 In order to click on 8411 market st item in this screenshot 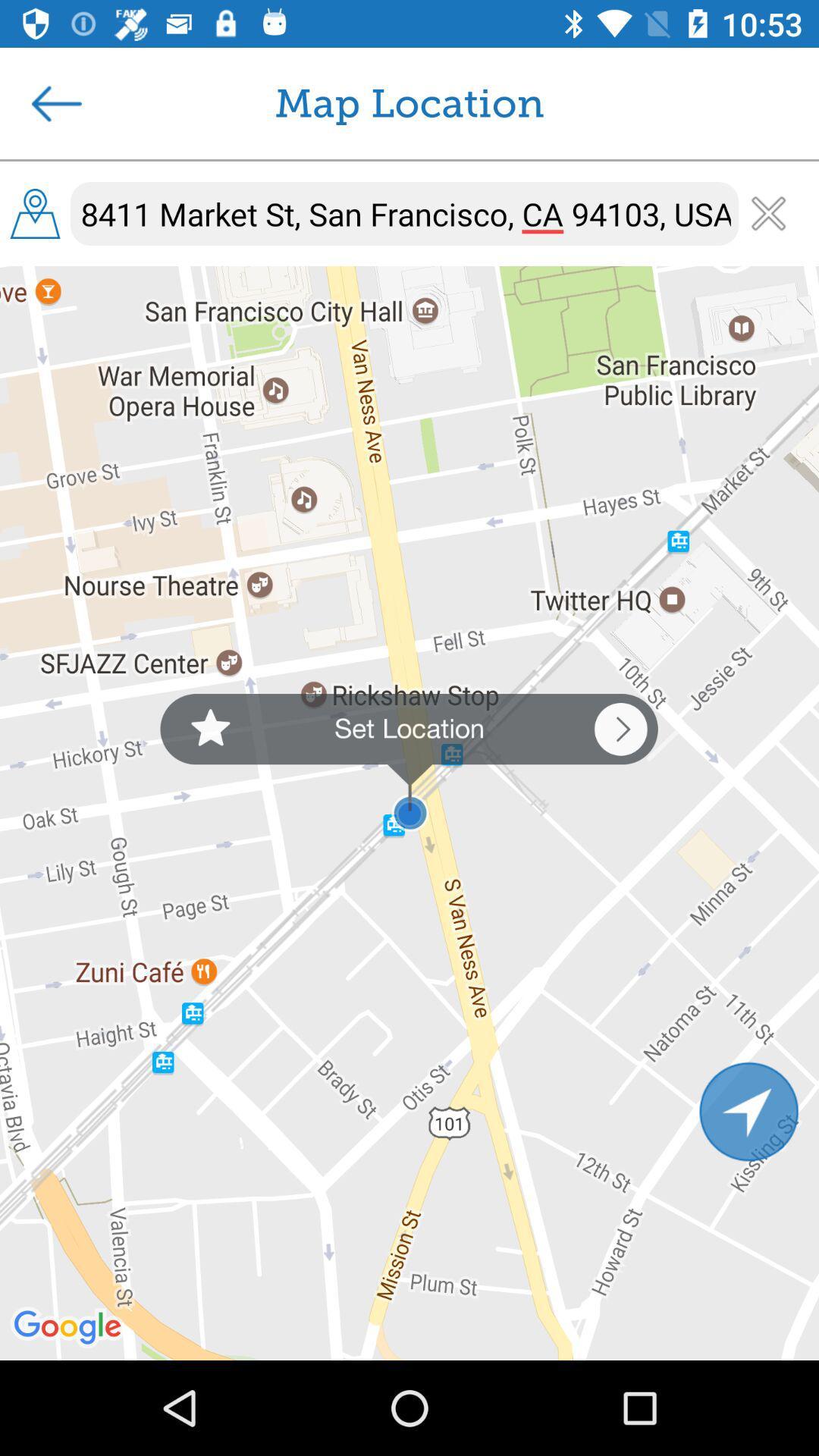, I will do `click(403, 213)`.